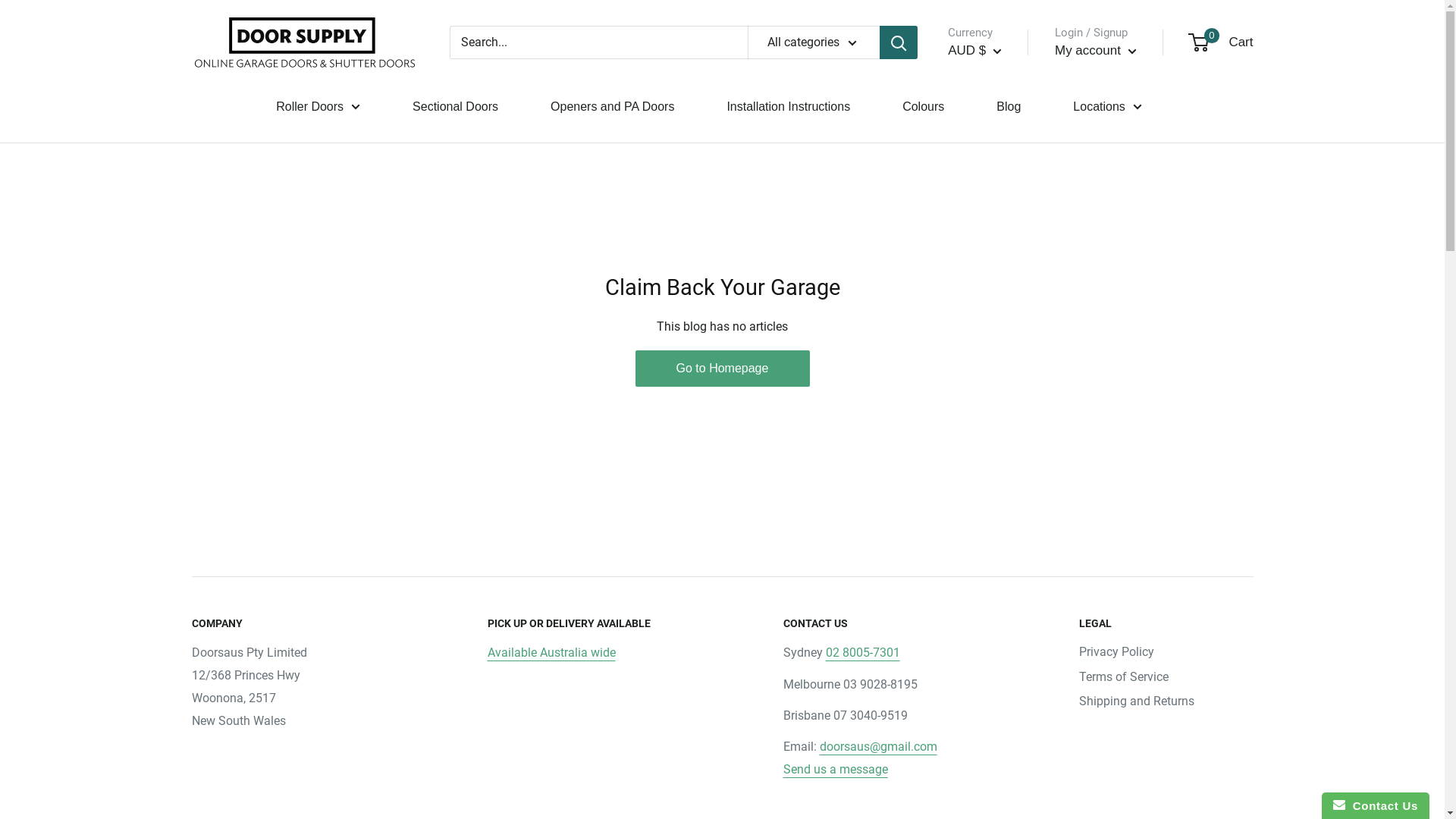 This screenshot has width=1456, height=819. I want to click on 'My account', so click(1095, 49).